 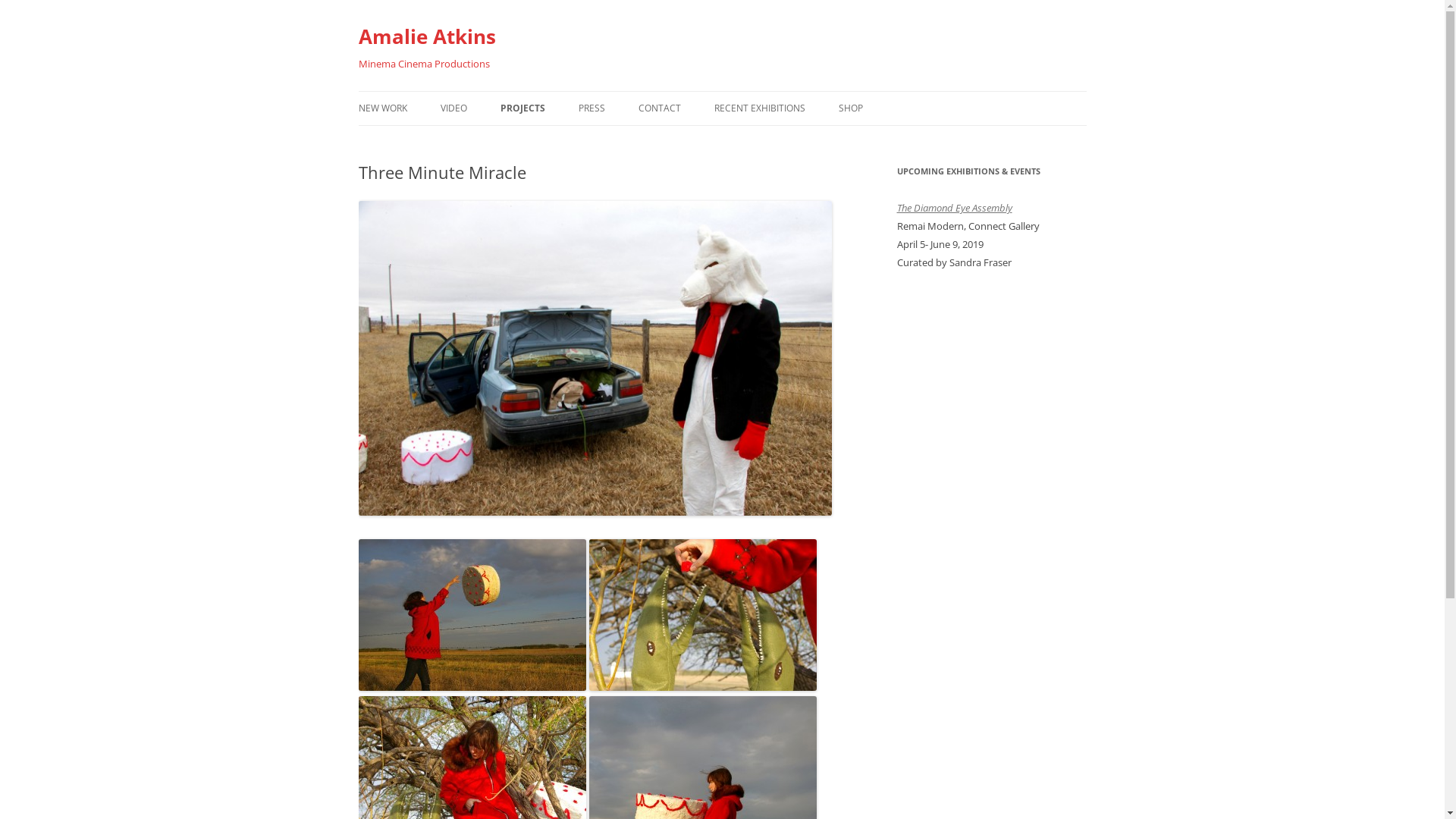 I want to click on 'PROJECTS', so click(x=522, y=107).